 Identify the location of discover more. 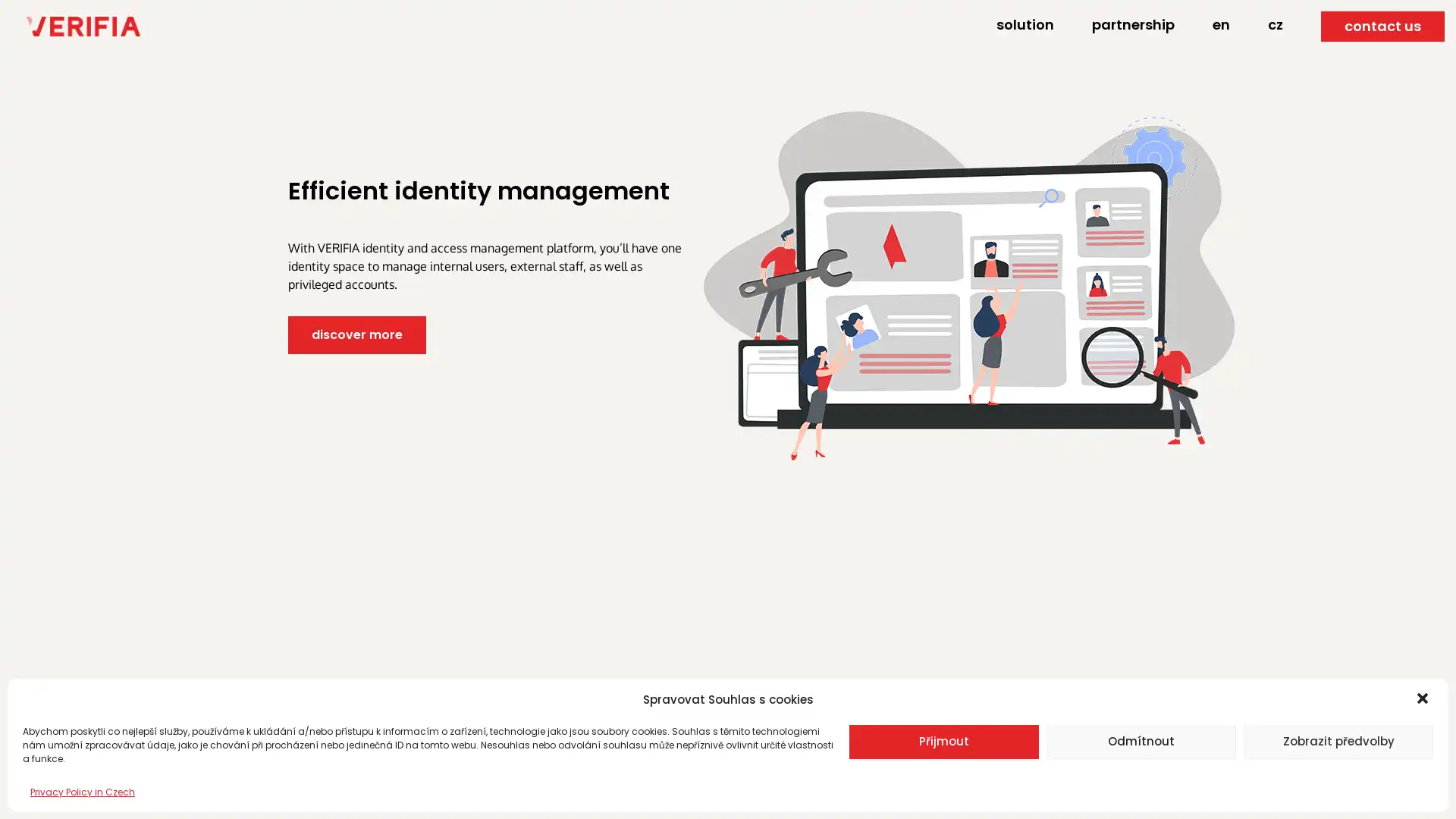
(356, 334).